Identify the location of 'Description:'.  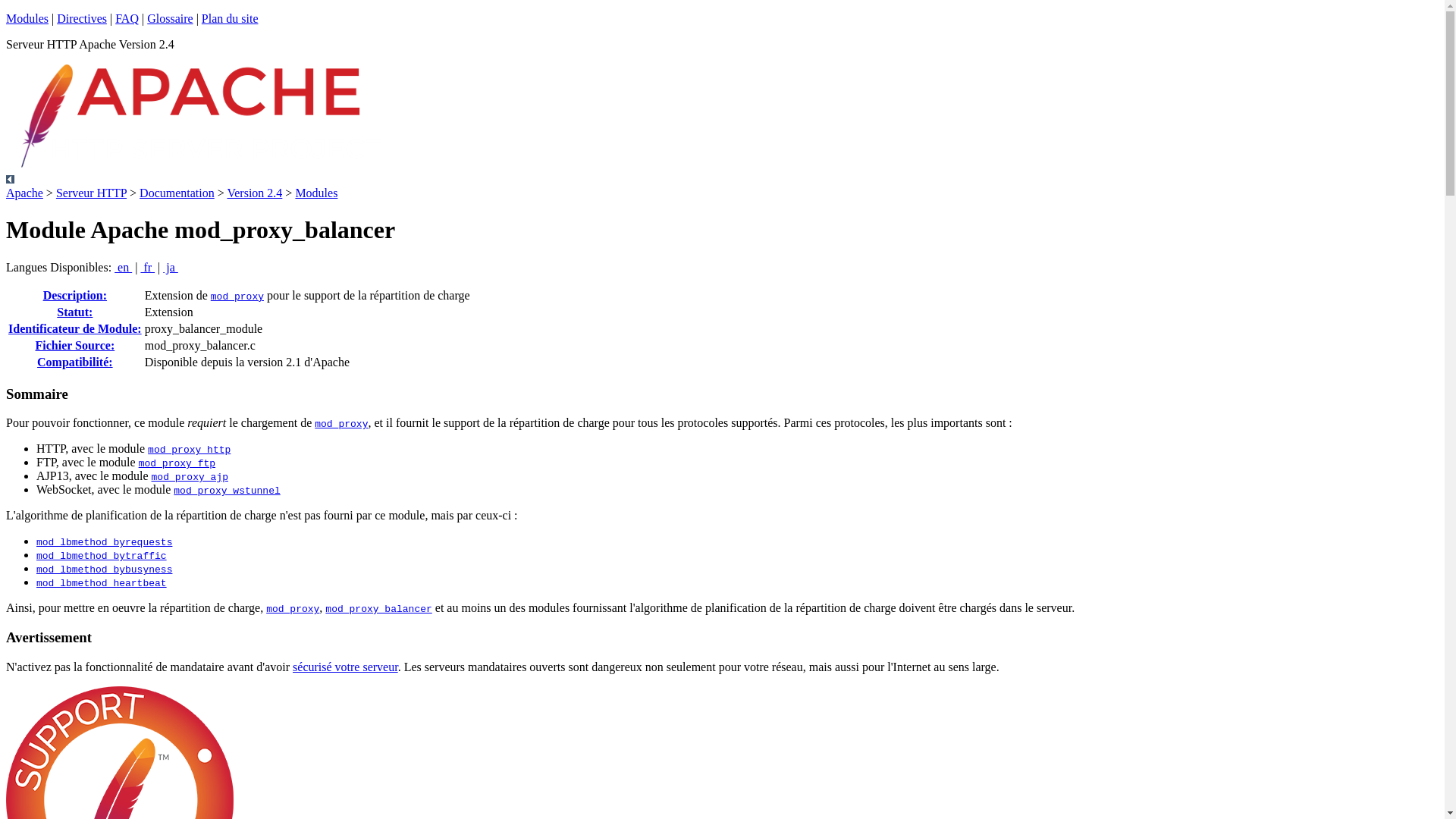
(43, 295).